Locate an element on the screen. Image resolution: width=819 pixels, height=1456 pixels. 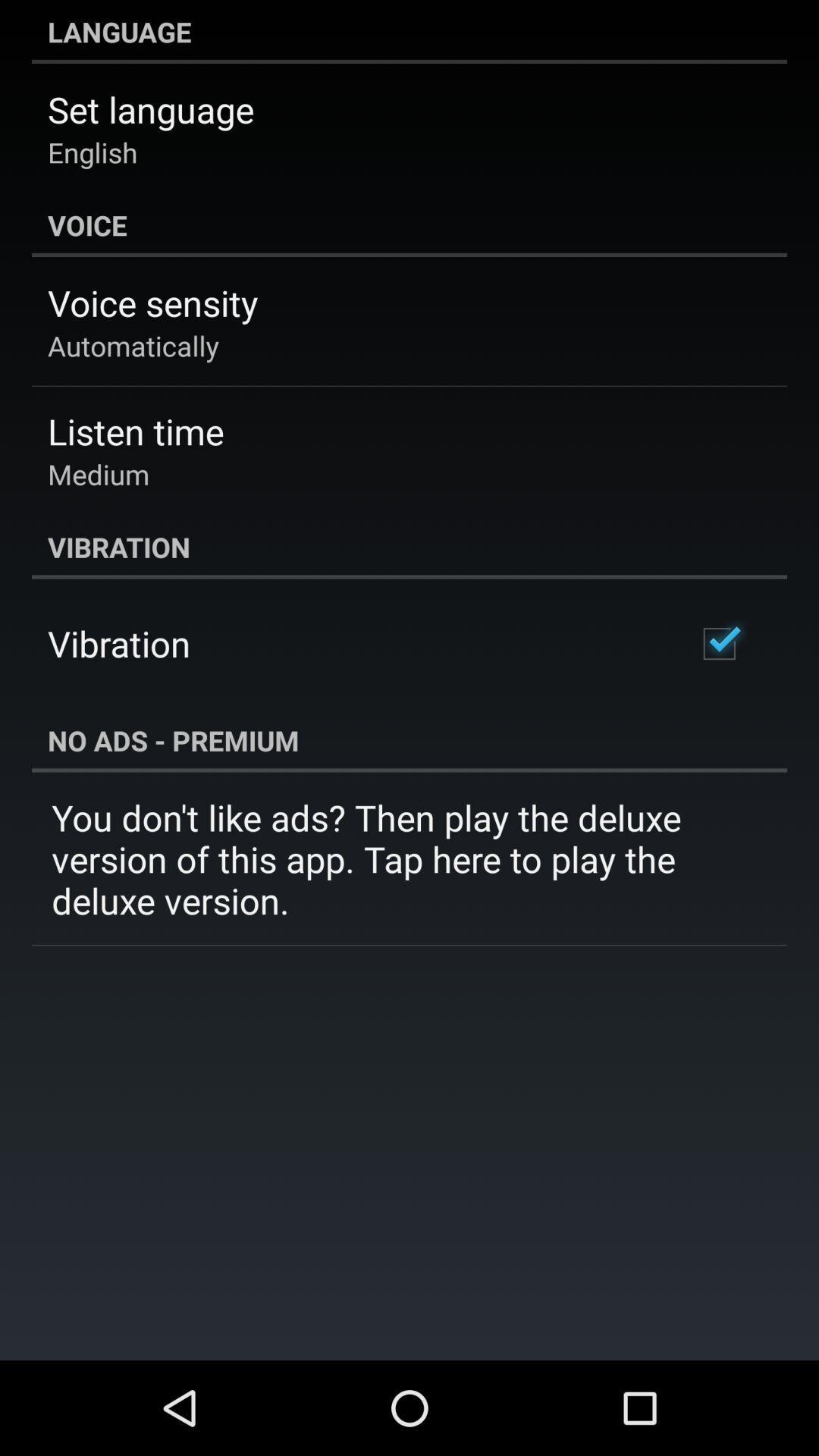
icon below set language is located at coordinates (93, 152).